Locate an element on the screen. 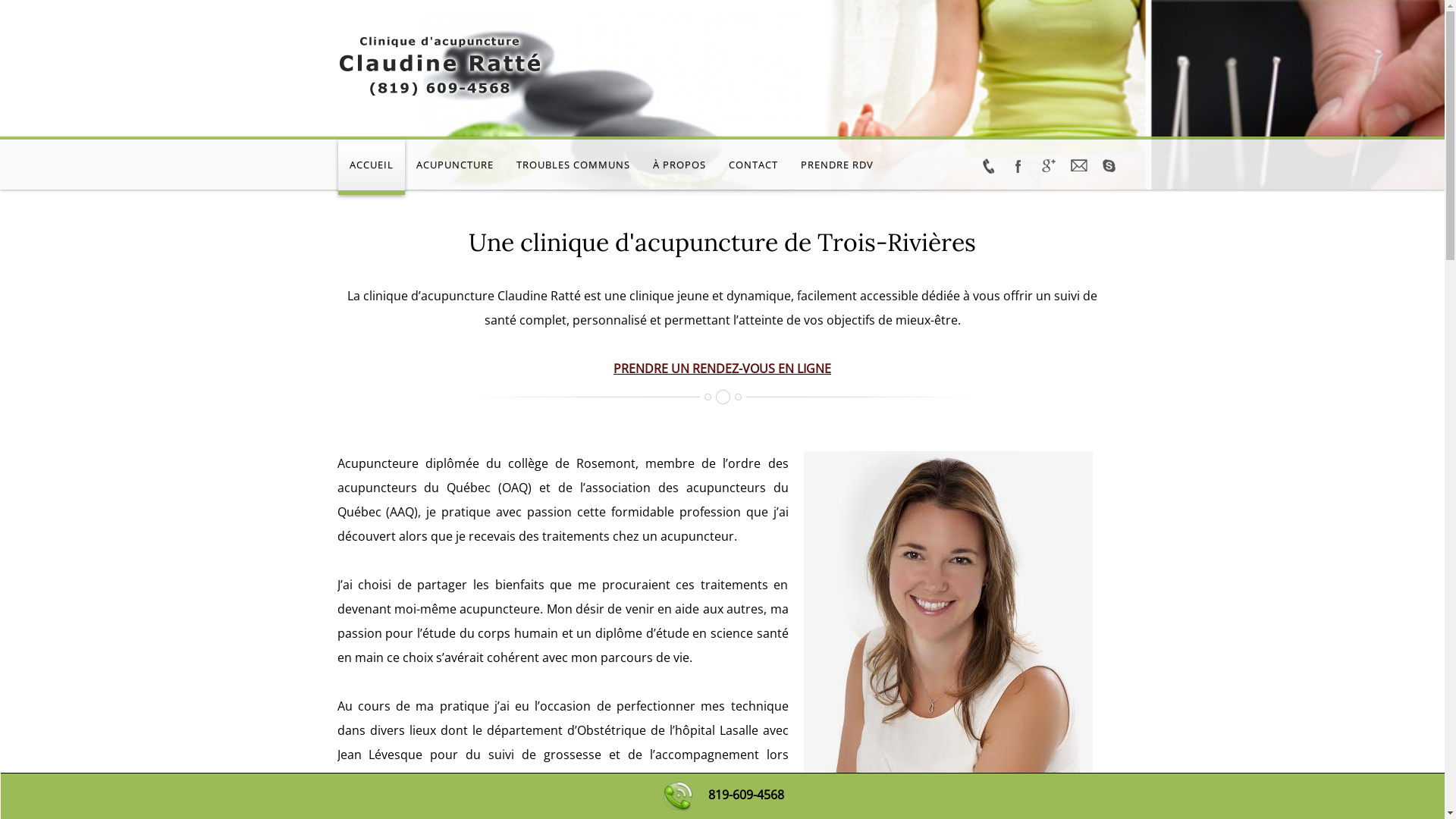  'PRENDRE RDV' is located at coordinates (836, 167).